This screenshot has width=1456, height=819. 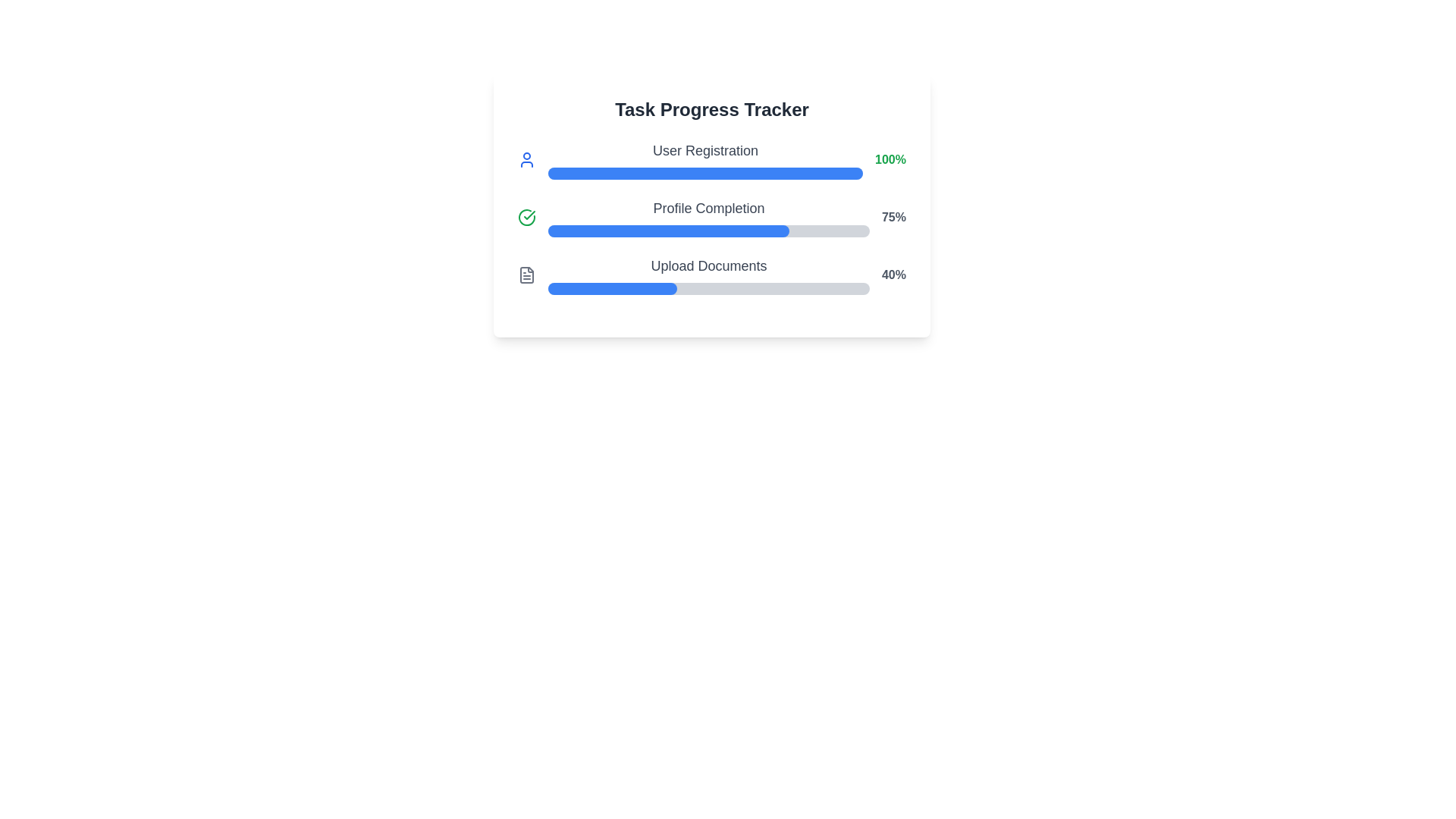 I want to click on the progress bar indicating the completion of the 'User Registration' process within the 'Task Progress Tracker' card, so click(x=704, y=172).